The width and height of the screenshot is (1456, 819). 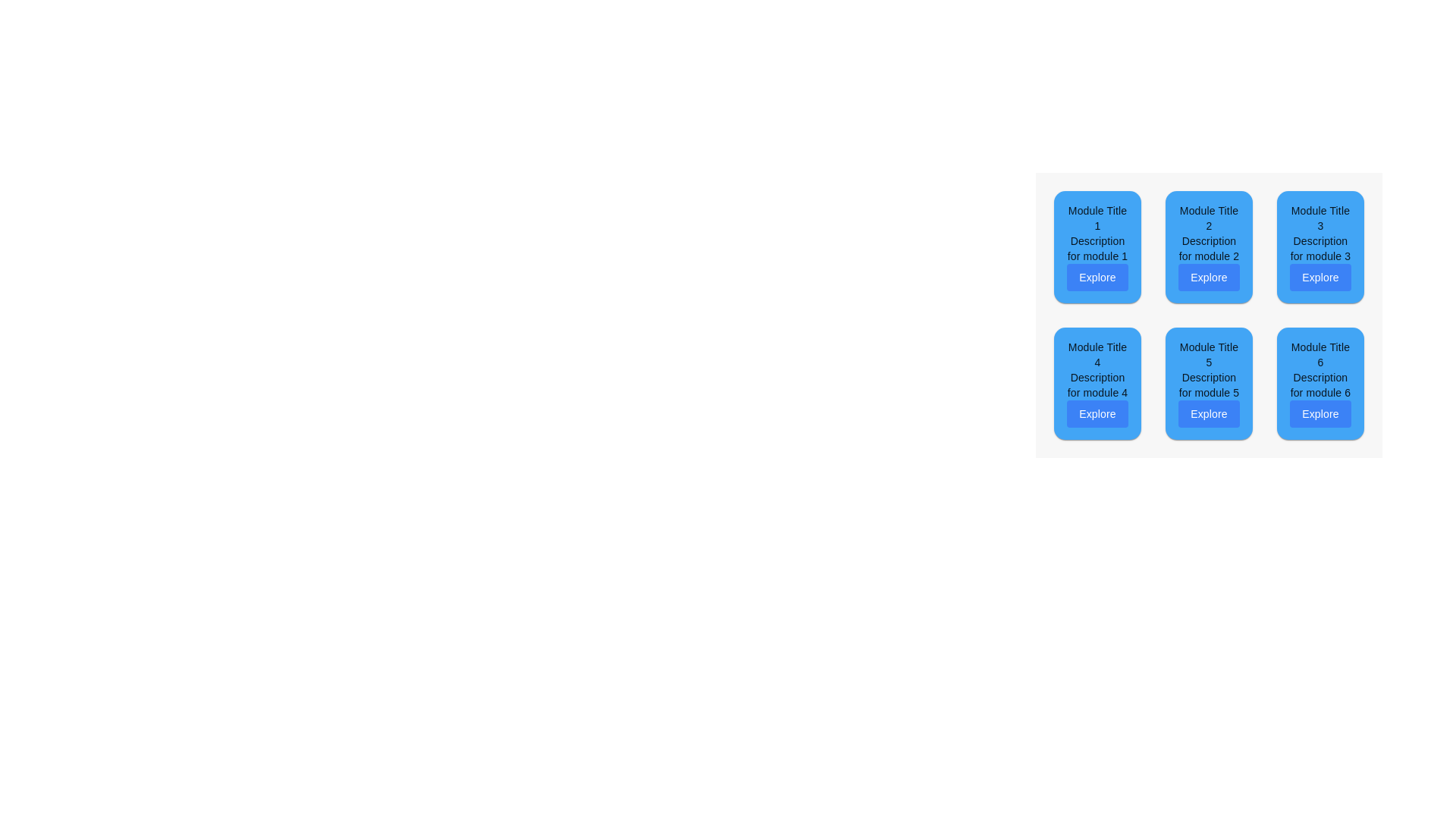 I want to click on the 'explore' button located at the bottom of the fifth card in the grid layout, so click(x=1208, y=414).